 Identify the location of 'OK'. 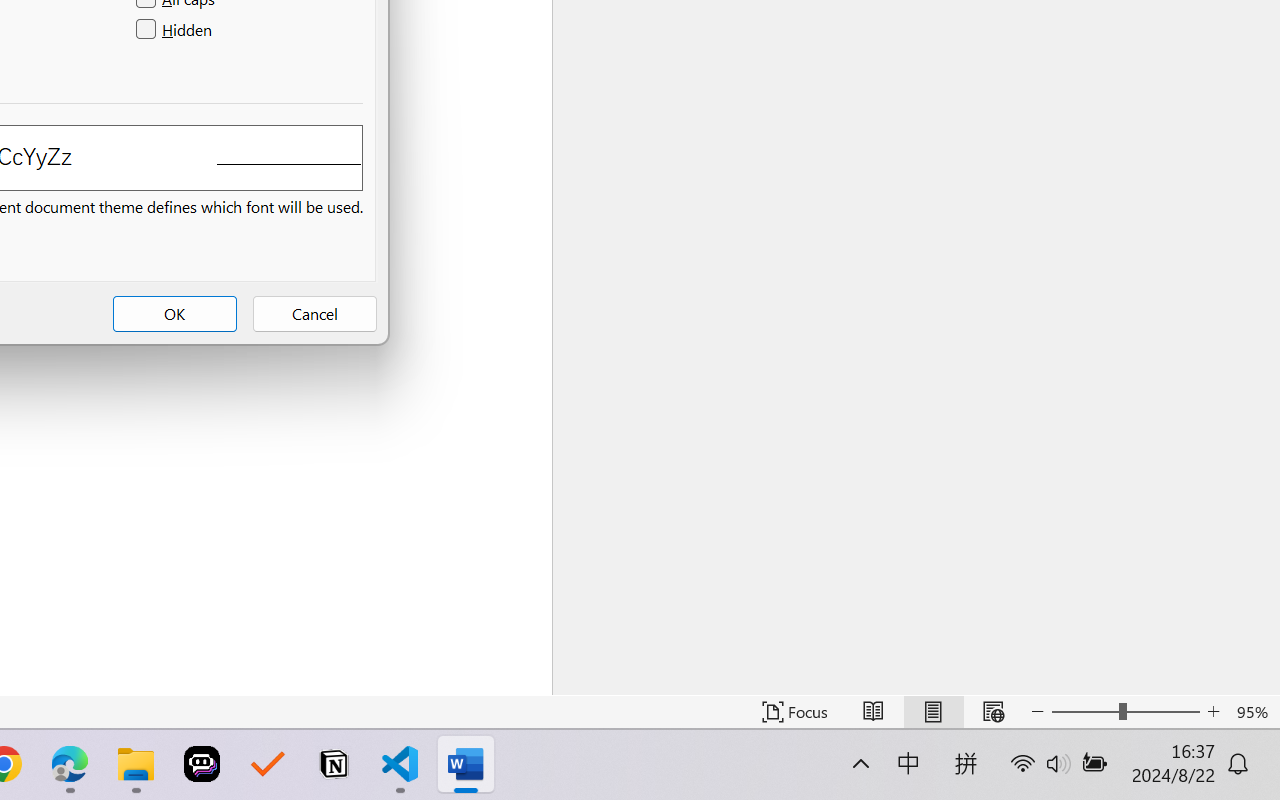
(175, 313).